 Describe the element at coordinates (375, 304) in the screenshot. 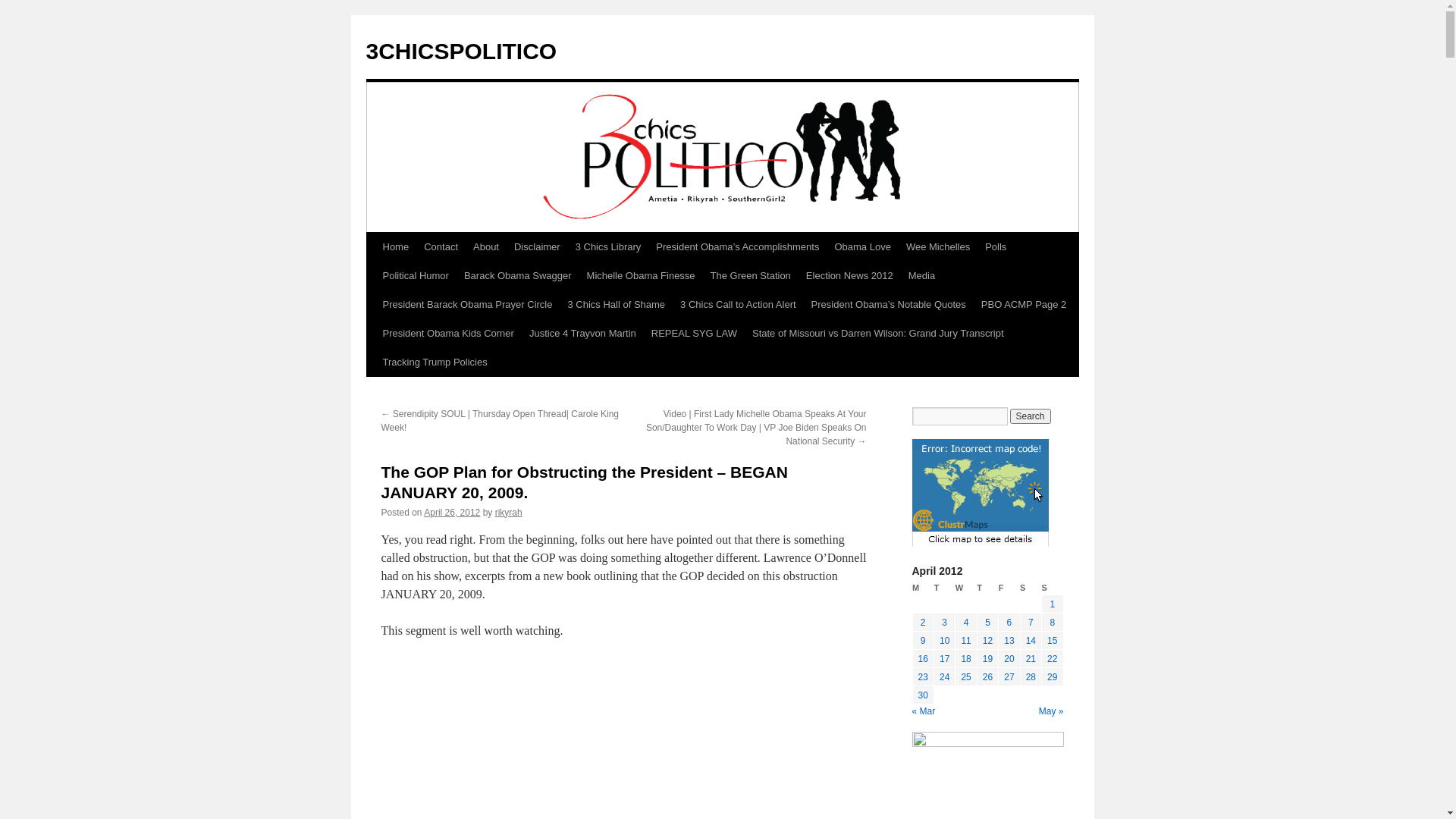

I see `'President Barack Obama Prayer Circle'` at that location.